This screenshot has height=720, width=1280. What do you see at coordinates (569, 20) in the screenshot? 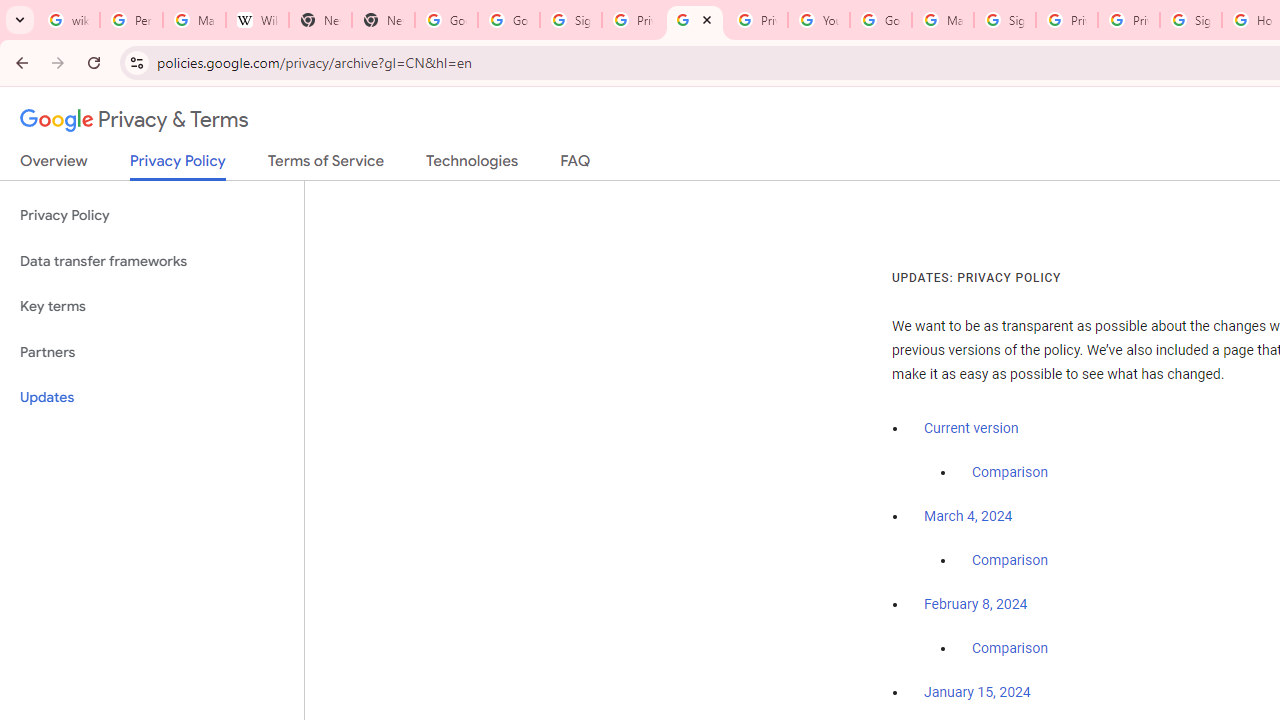
I see `'Sign in - Google Accounts'` at bounding box center [569, 20].